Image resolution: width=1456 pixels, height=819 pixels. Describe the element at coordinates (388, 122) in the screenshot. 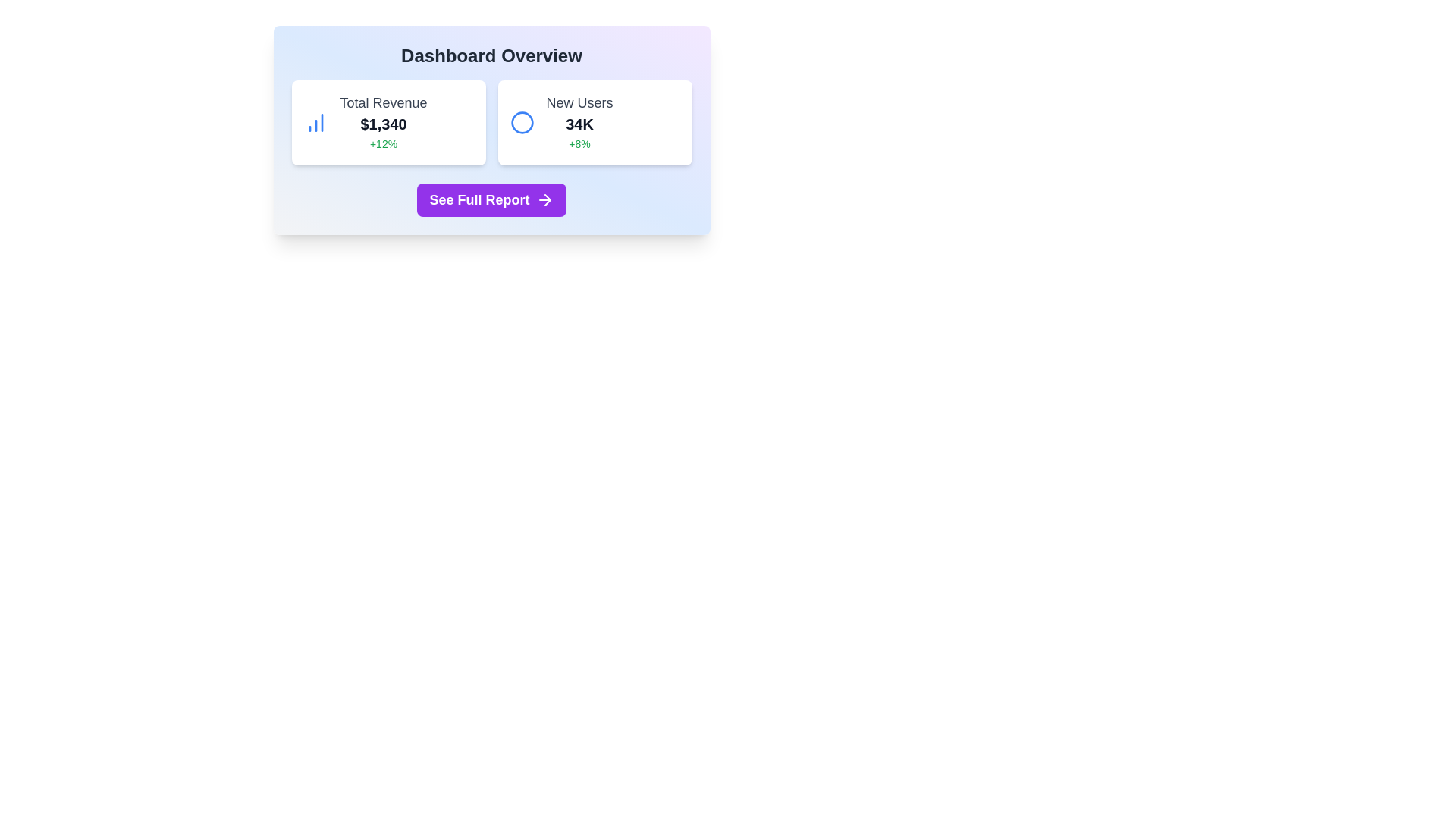

I see `the Information Card that displays revenue-related statistics, located in the top-left corner of the two-column grid layout` at that location.